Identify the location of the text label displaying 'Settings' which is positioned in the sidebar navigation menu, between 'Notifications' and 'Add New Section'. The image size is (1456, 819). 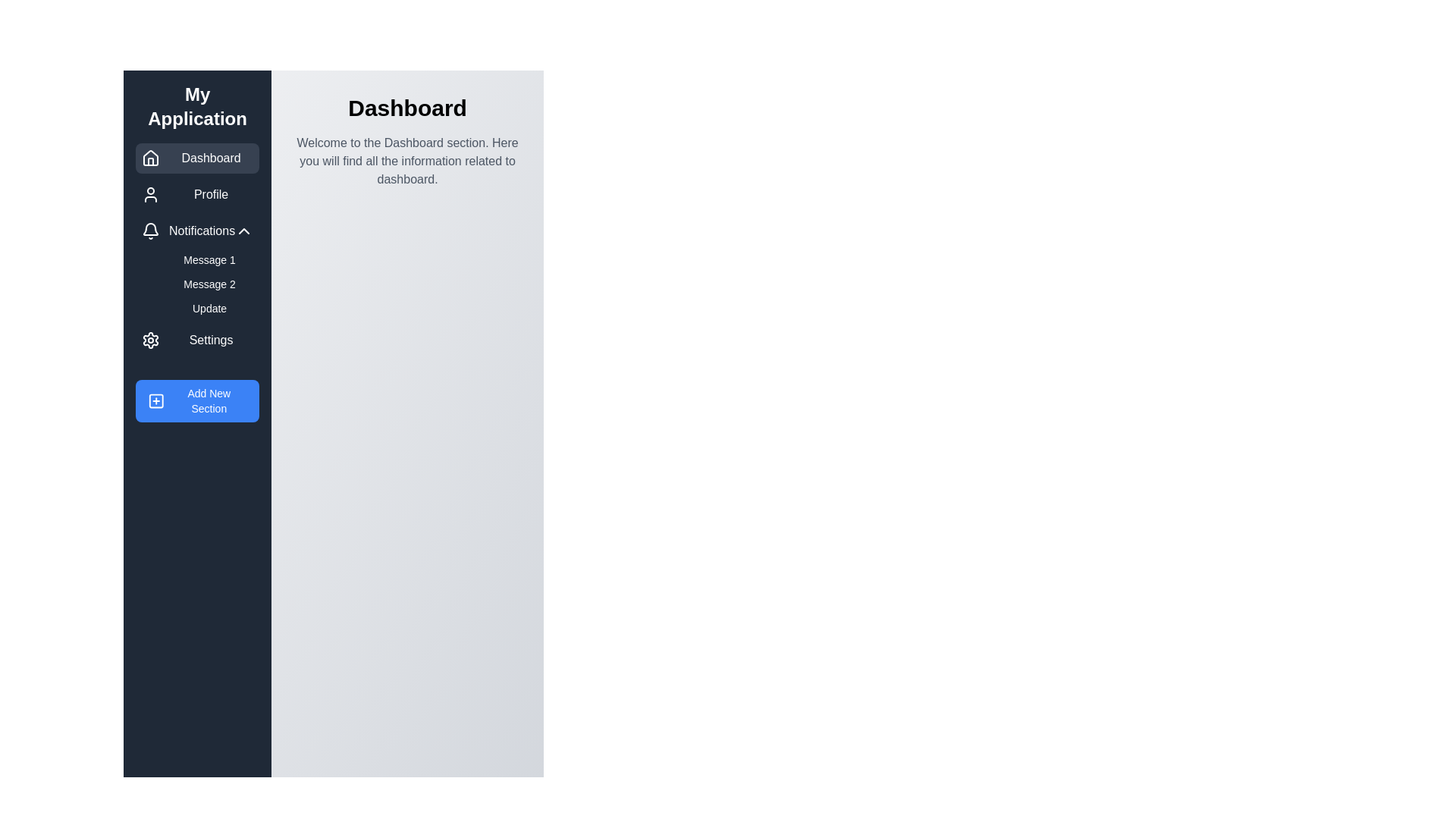
(210, 339).